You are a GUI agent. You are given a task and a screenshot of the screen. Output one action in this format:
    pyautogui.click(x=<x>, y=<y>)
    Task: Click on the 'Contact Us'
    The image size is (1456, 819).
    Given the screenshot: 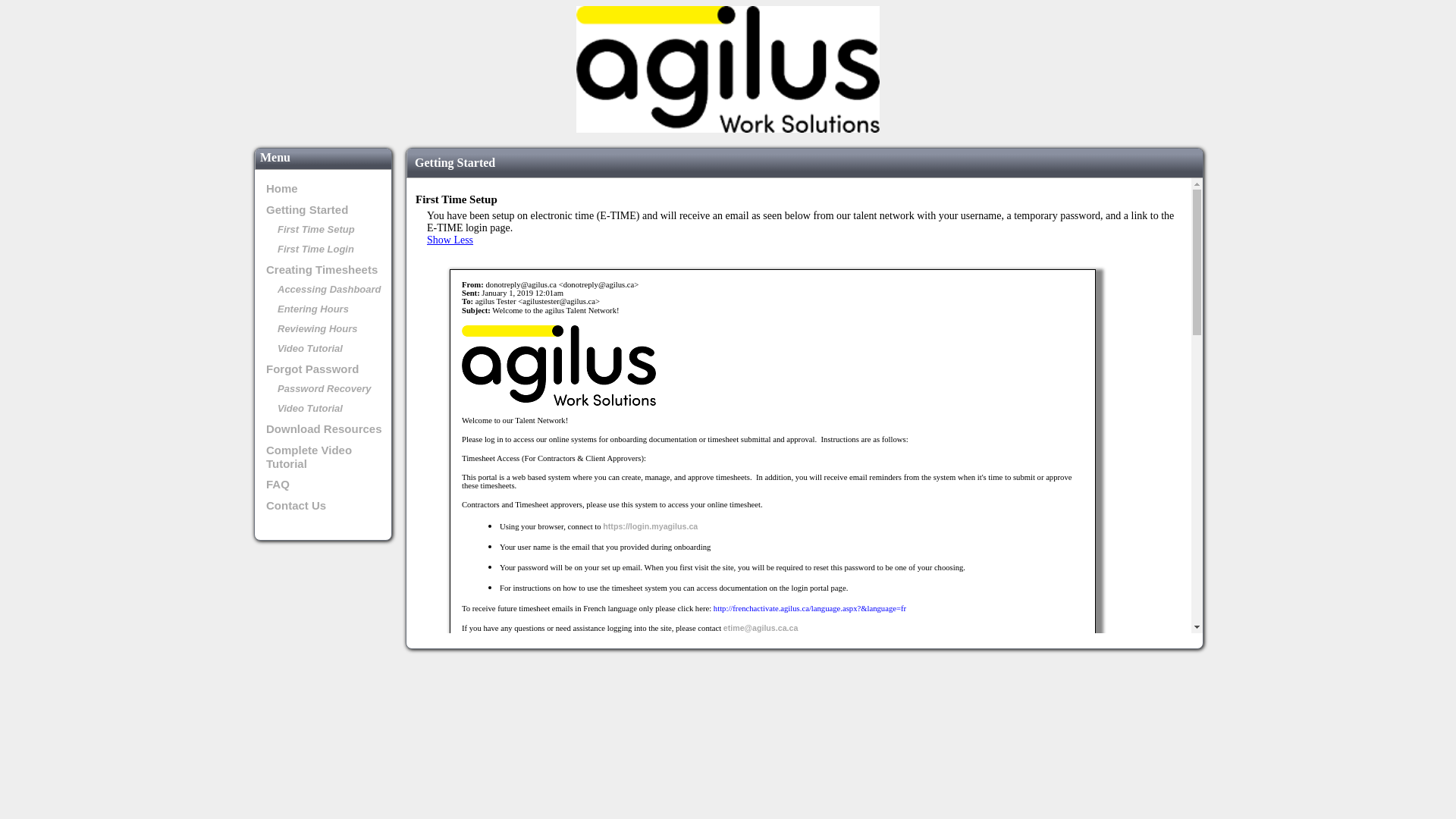 What is the action you would take?
    pyautogui.click(x=296, y=505)
    